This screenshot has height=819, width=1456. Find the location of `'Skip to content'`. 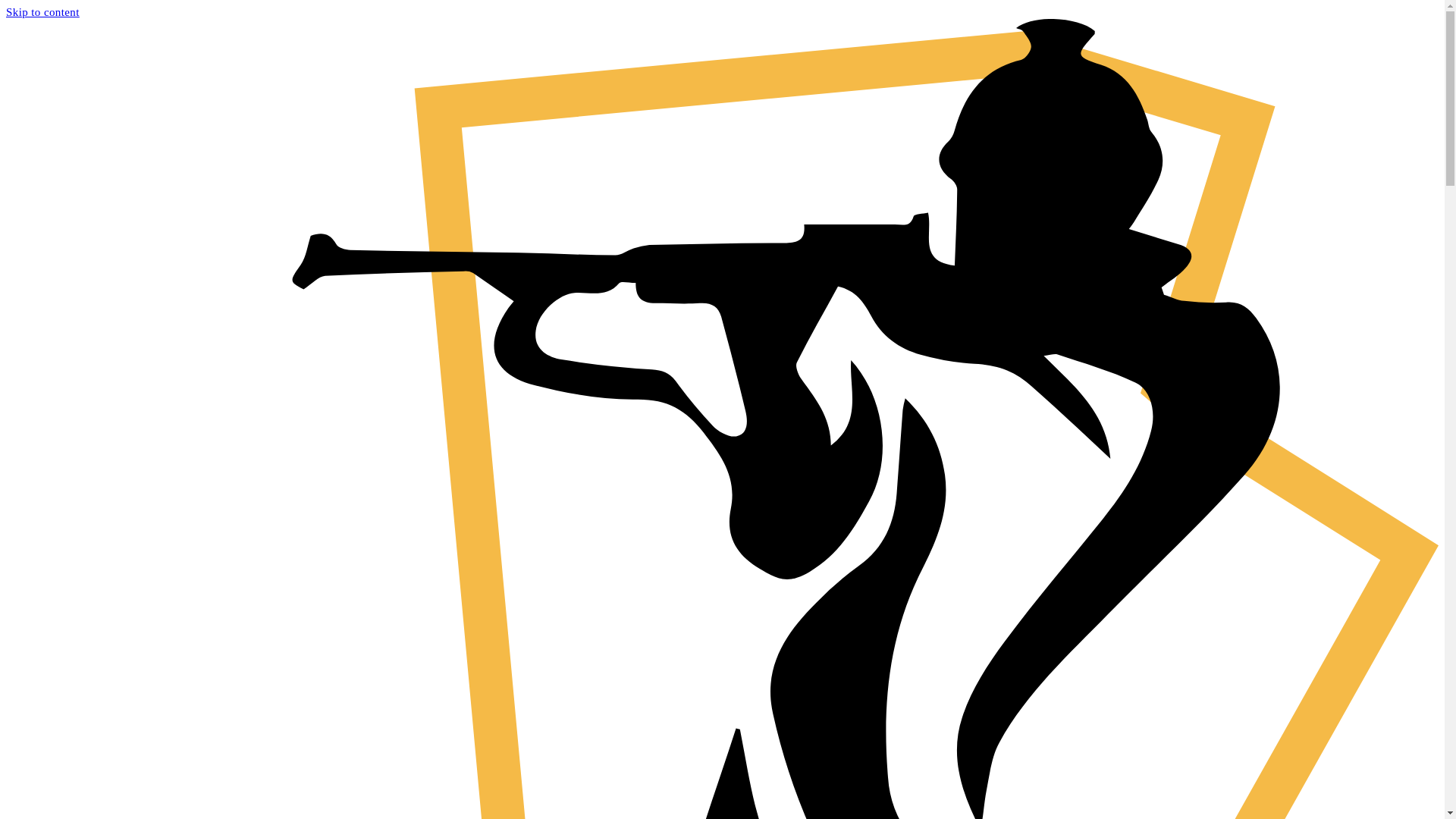

'Skip to content' is located at coordinates (42, 11).